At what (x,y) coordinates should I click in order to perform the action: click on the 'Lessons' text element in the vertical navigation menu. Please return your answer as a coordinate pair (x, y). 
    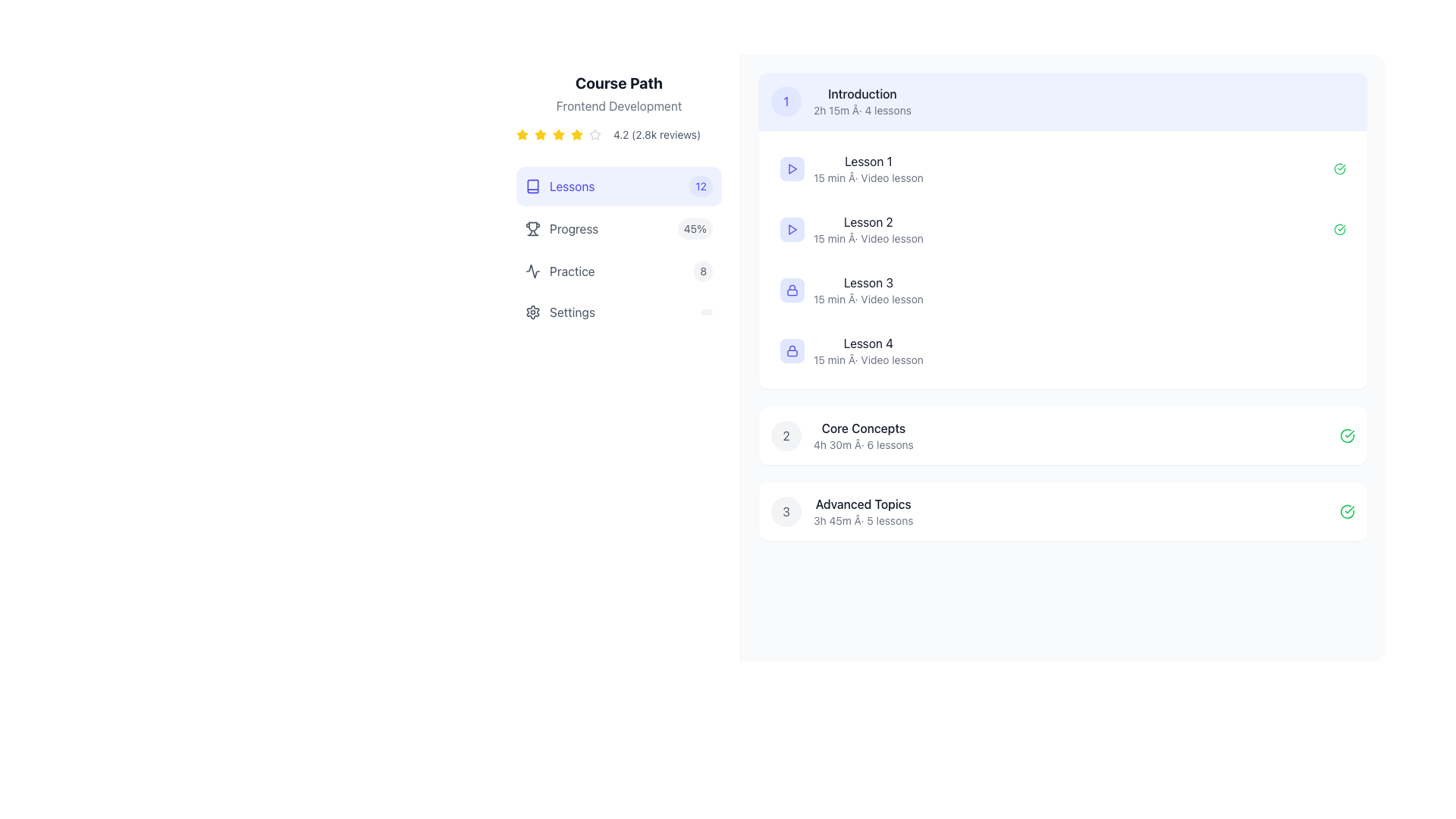
    Looking at the image, I should click on (571, 186).